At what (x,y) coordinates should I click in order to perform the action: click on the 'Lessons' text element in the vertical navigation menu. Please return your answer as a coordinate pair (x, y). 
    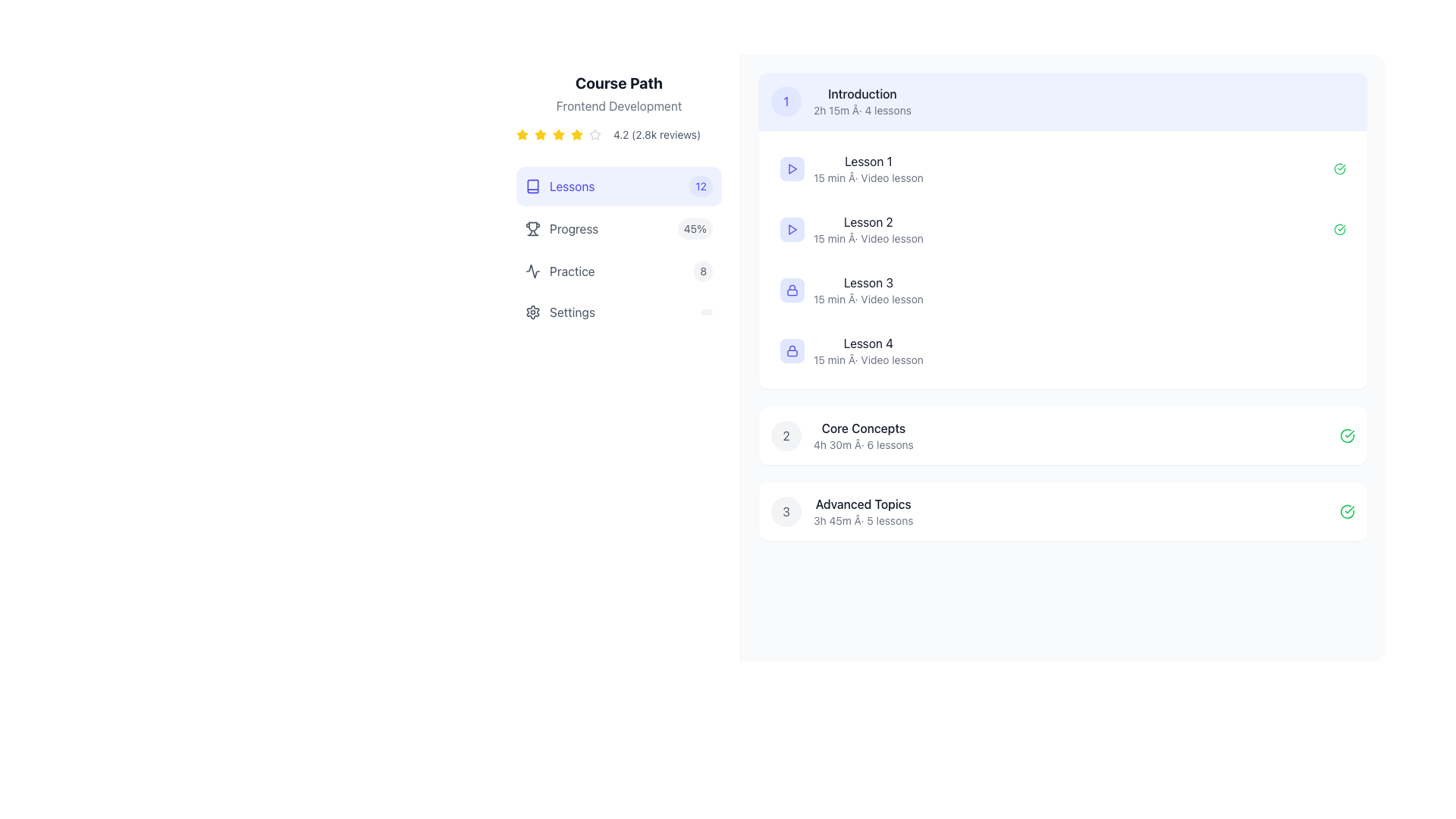
    Looking at the image, I should click on (571, 186).